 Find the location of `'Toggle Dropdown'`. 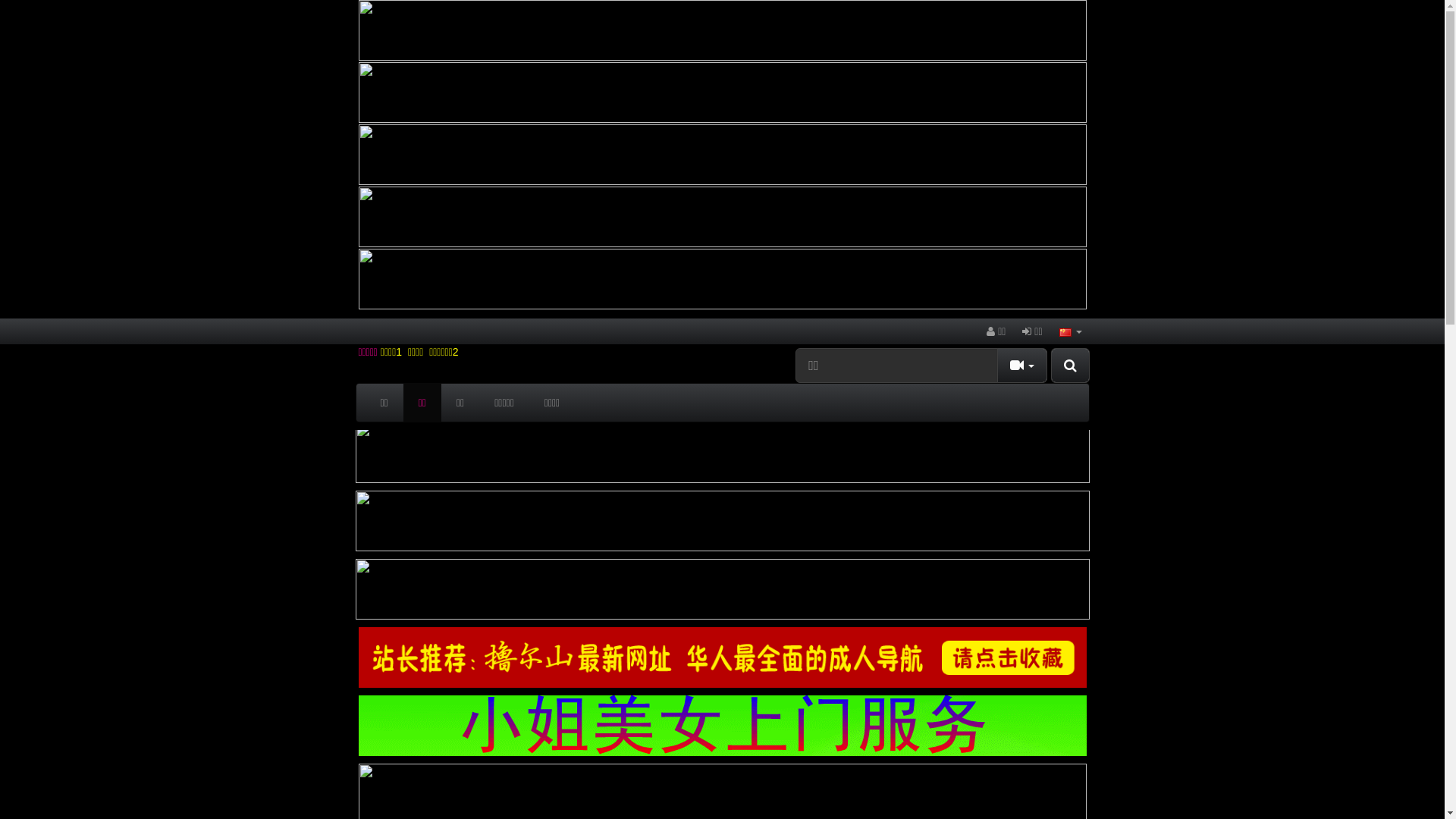

'Toggle Dropdown' is located at coordinates (1021, 366).